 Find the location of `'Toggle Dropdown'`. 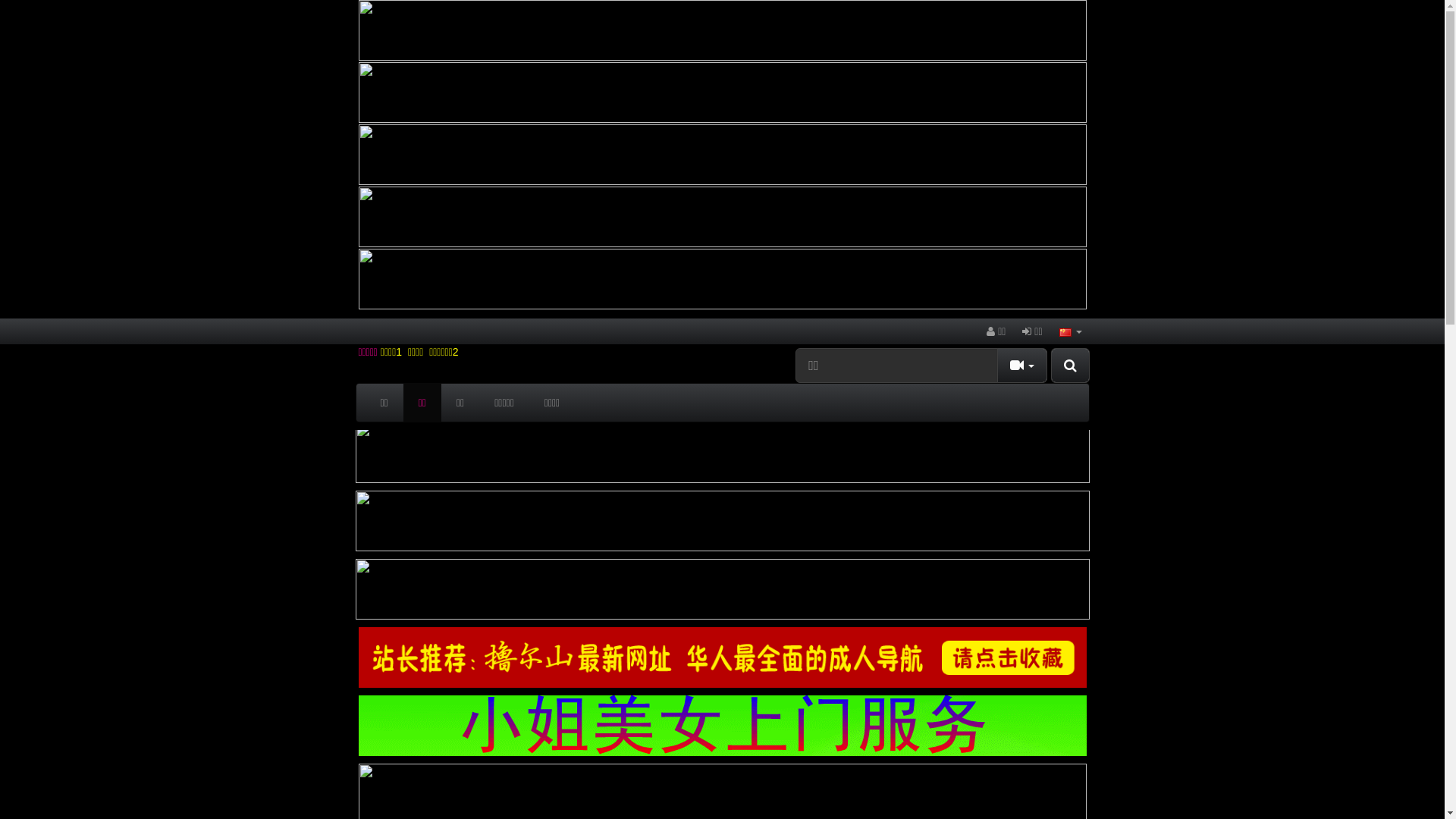

'Toggle Dropdown' is located at coordinates (1021, 366).